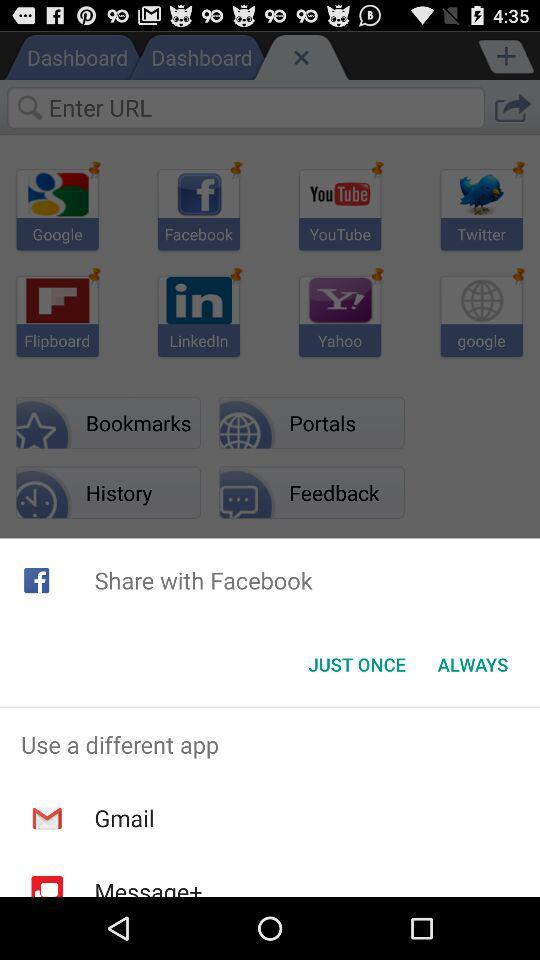  What do you see at coordinates (124, 818) in the screenshot?
I see `the icon below use a different item` at bounding box center [124, 818].